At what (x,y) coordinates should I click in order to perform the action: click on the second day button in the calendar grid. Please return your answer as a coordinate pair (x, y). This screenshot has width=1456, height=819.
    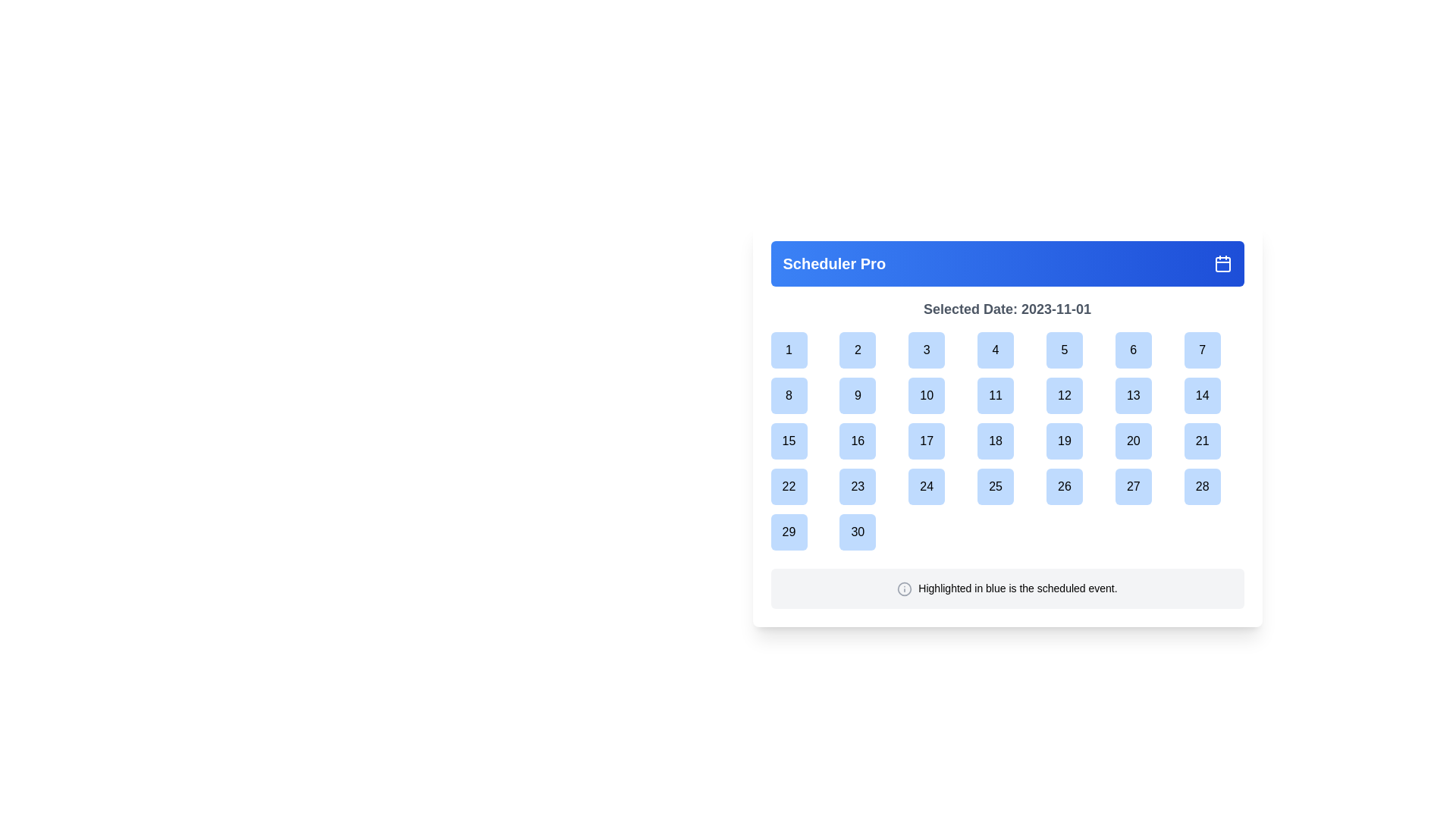
    Looking at the image, I should click on (869, 350).